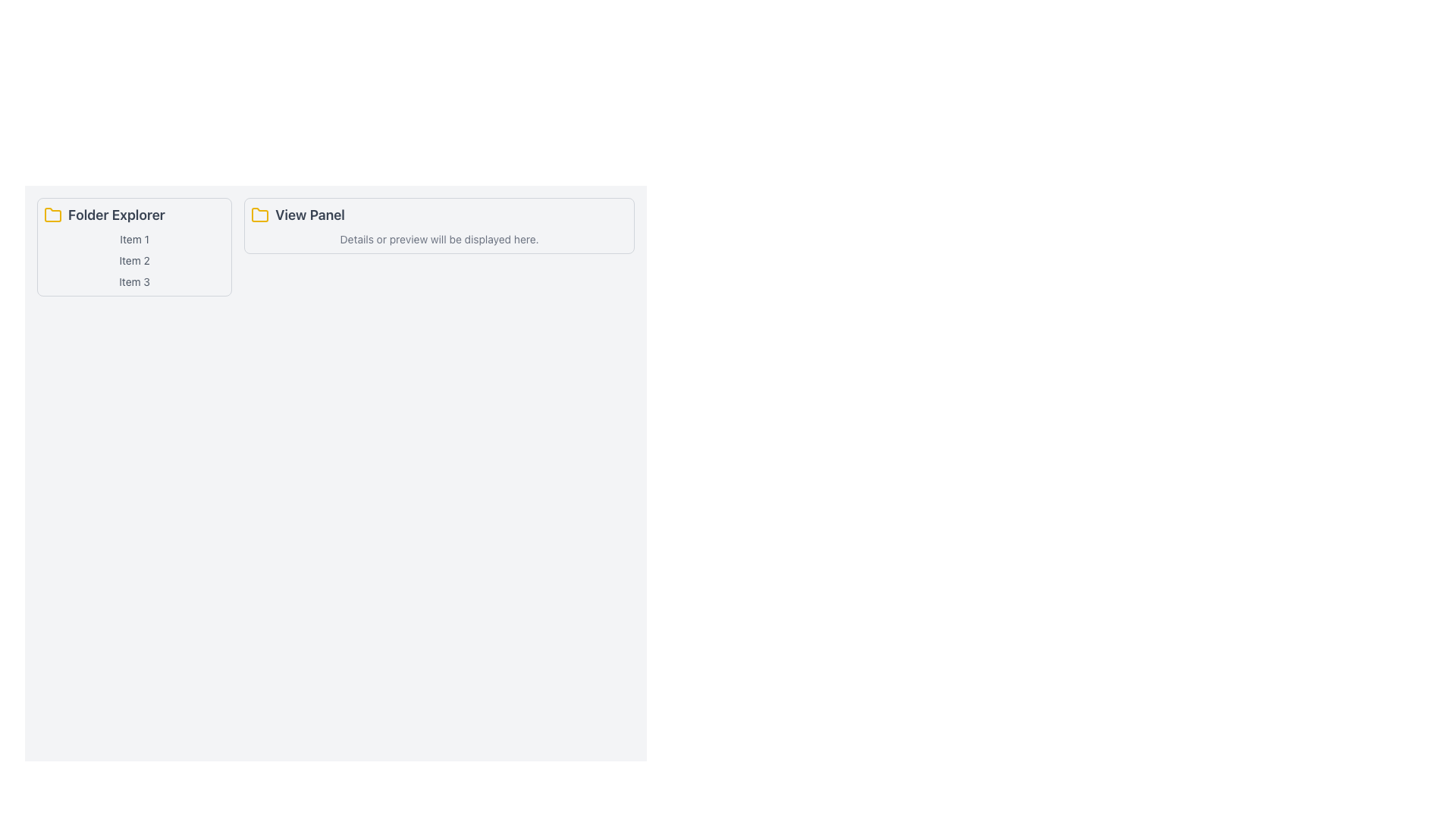 This screenshot has height=819, width=1456. I want to click on the 'Folder Explorer' panel by clicking the folder icon located at the top-left corner of the panel, so click(53, 214).